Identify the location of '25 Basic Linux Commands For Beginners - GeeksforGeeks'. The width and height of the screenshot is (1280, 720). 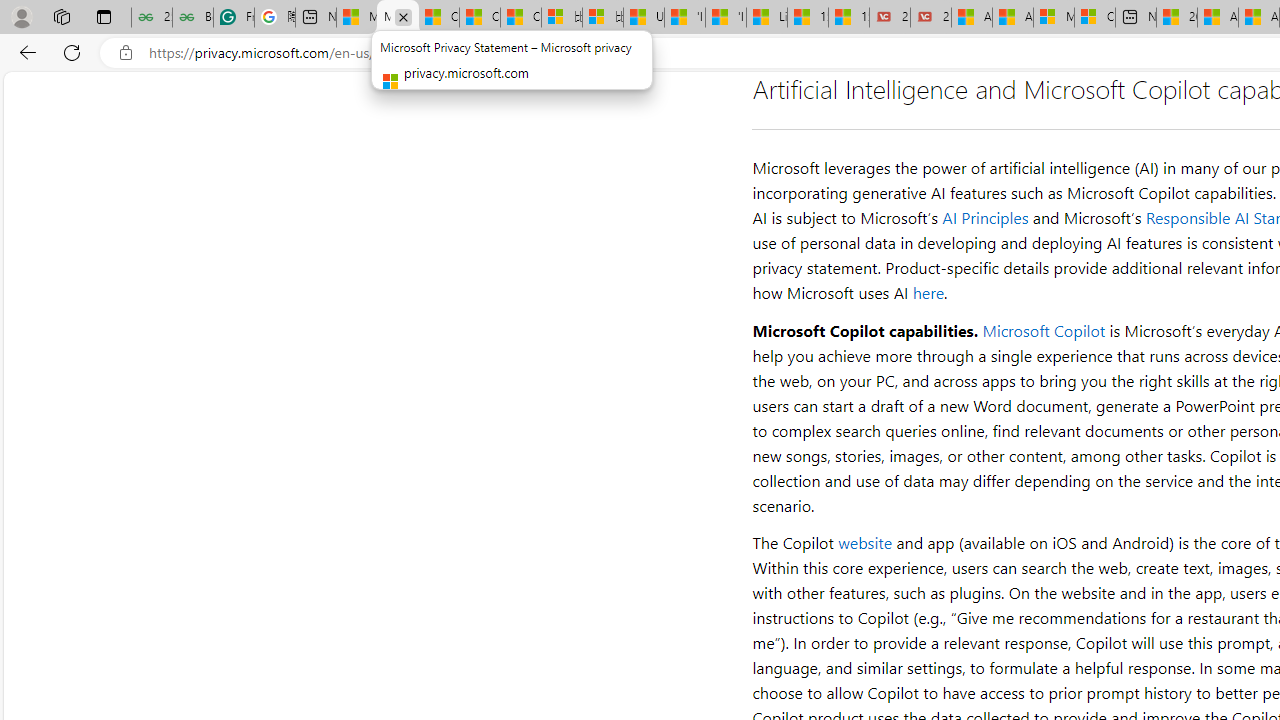
(150, 17).